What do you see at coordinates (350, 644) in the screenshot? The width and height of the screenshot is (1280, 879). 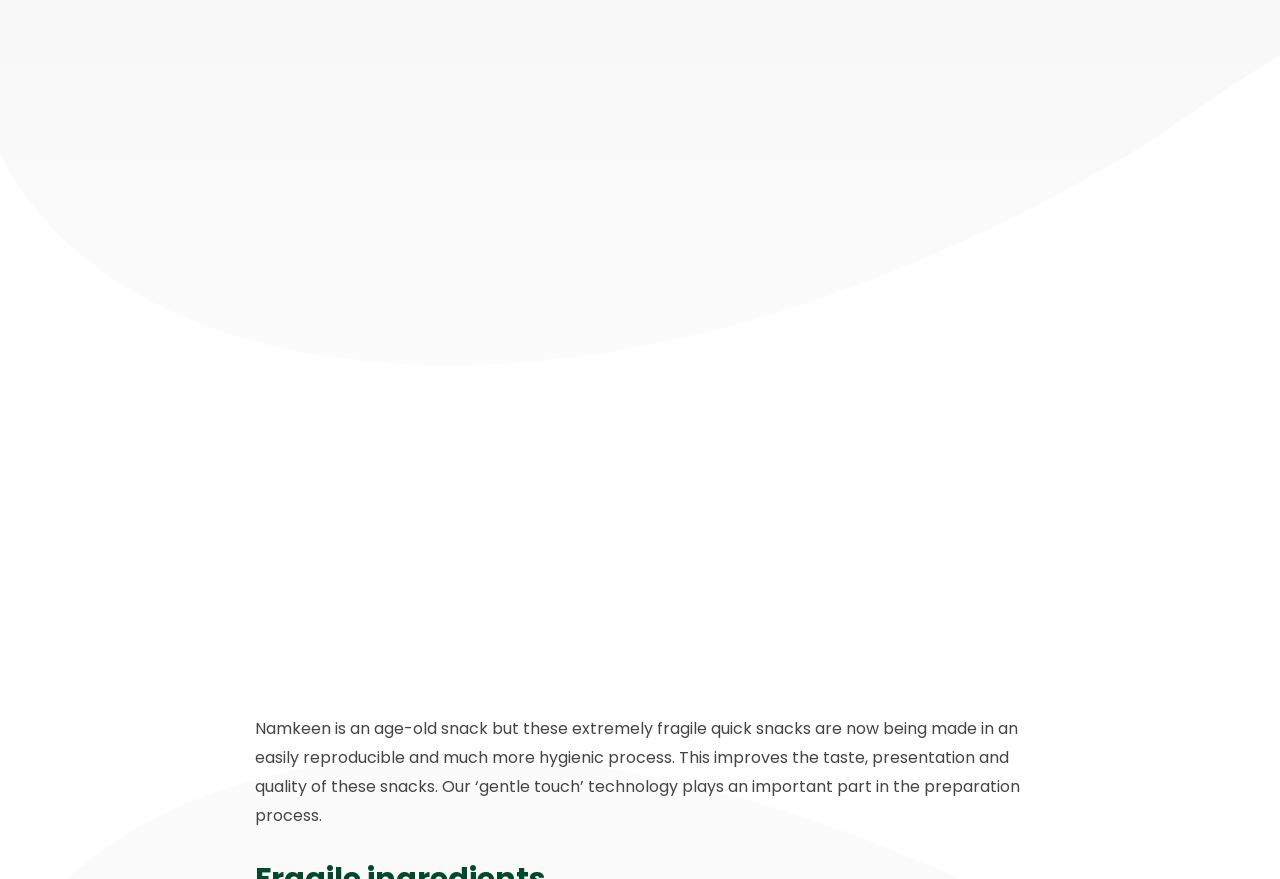 I see `'Lindor'` at bounding box center [350, 644].